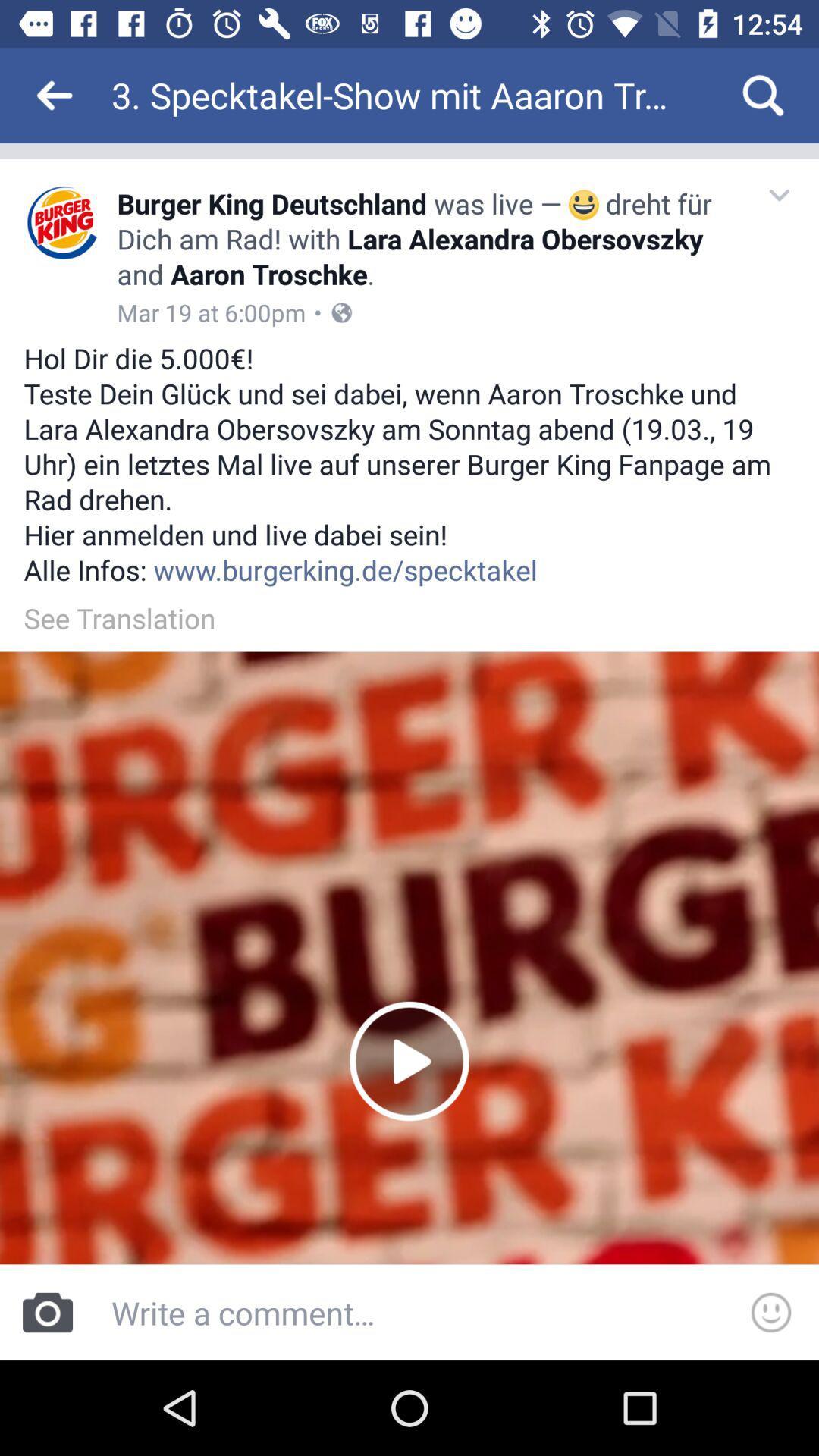 Image resolution: width=819 pixels, height=1456 pixels. I want to click on the photo icon, so click(46, 1312).